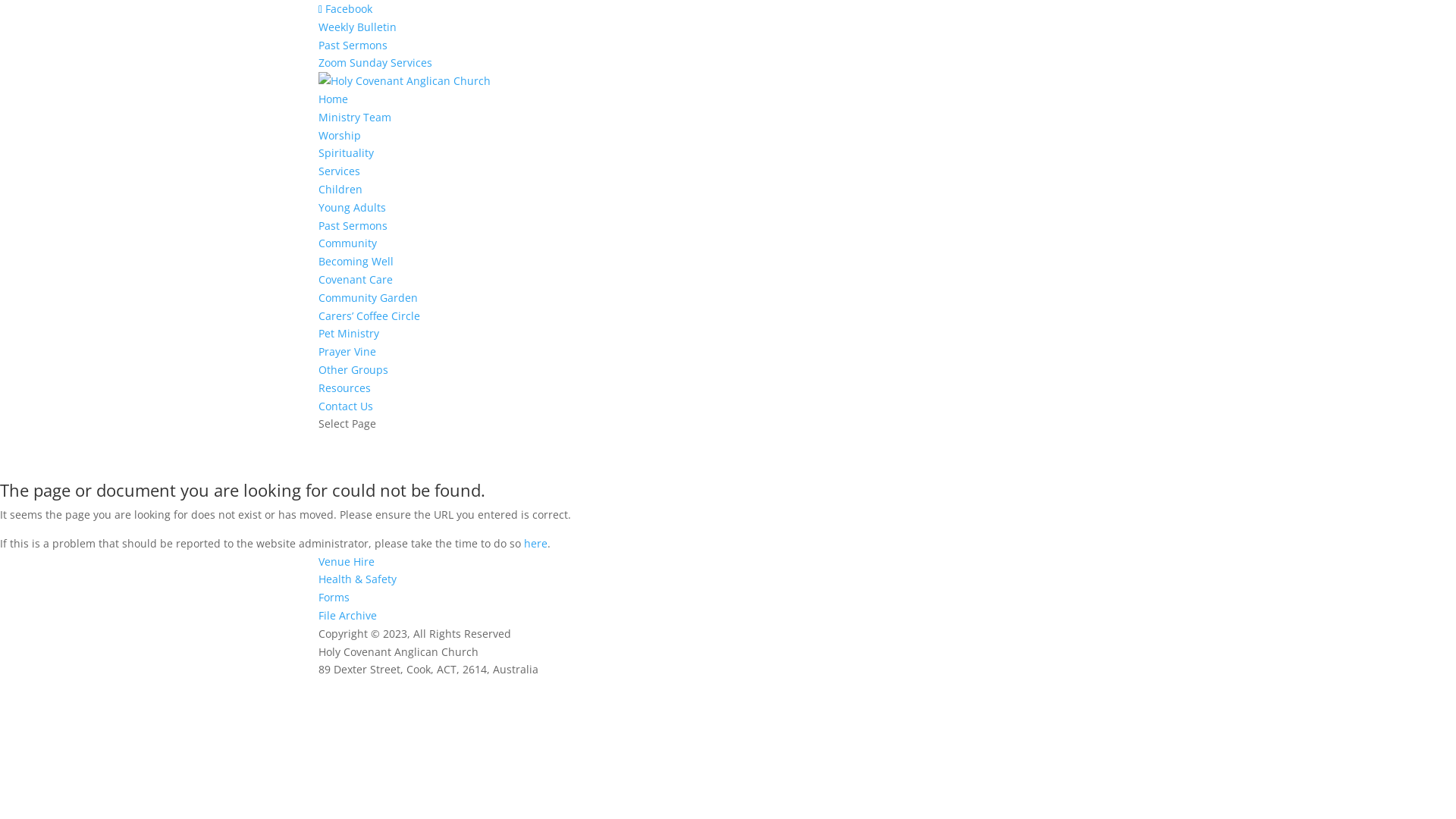 This screenshot has width=1456, height=819. I want to click on 'Facebook', so click(318, 8).